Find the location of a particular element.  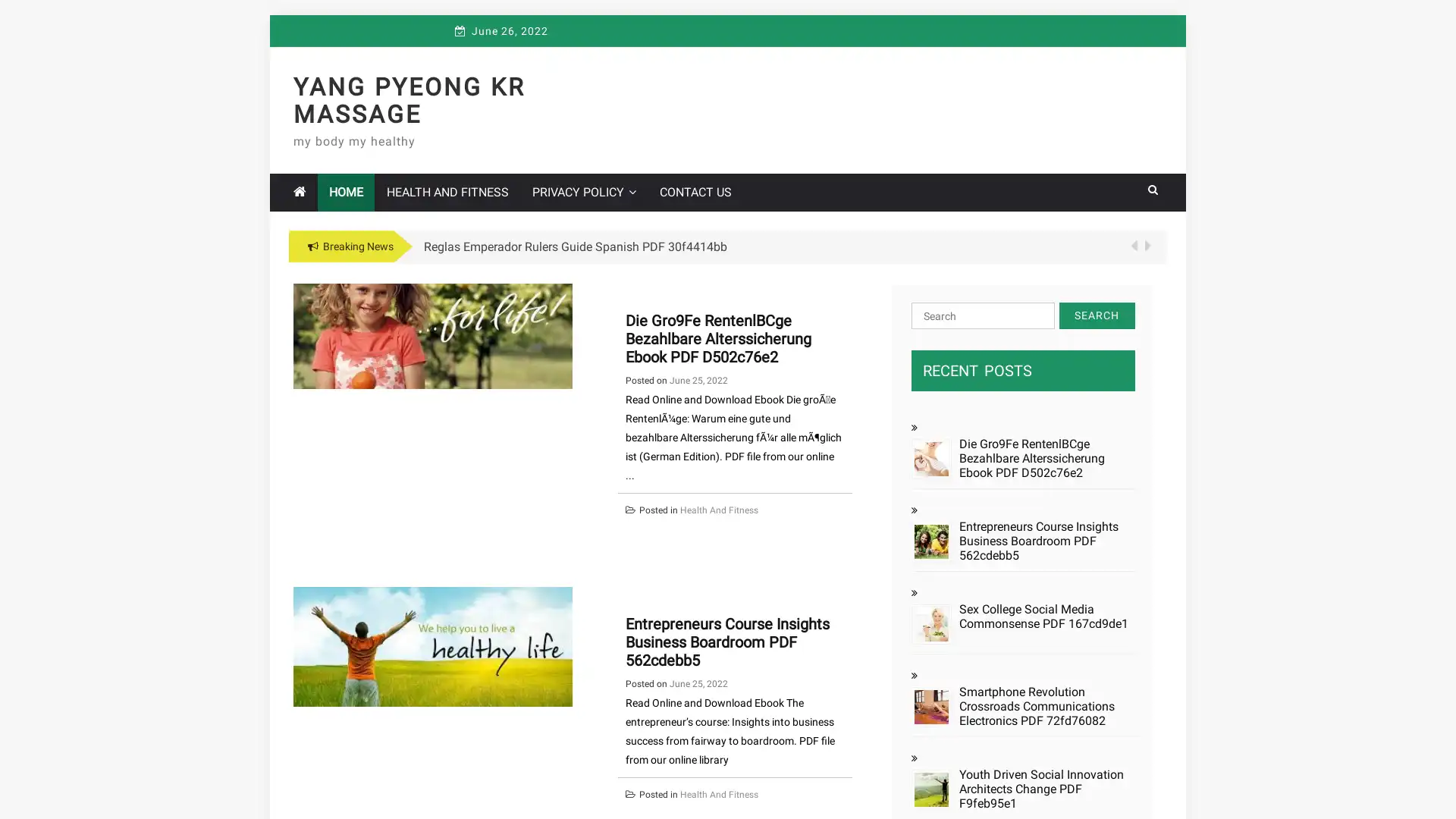

Search is located at coordinates (1096, 315).